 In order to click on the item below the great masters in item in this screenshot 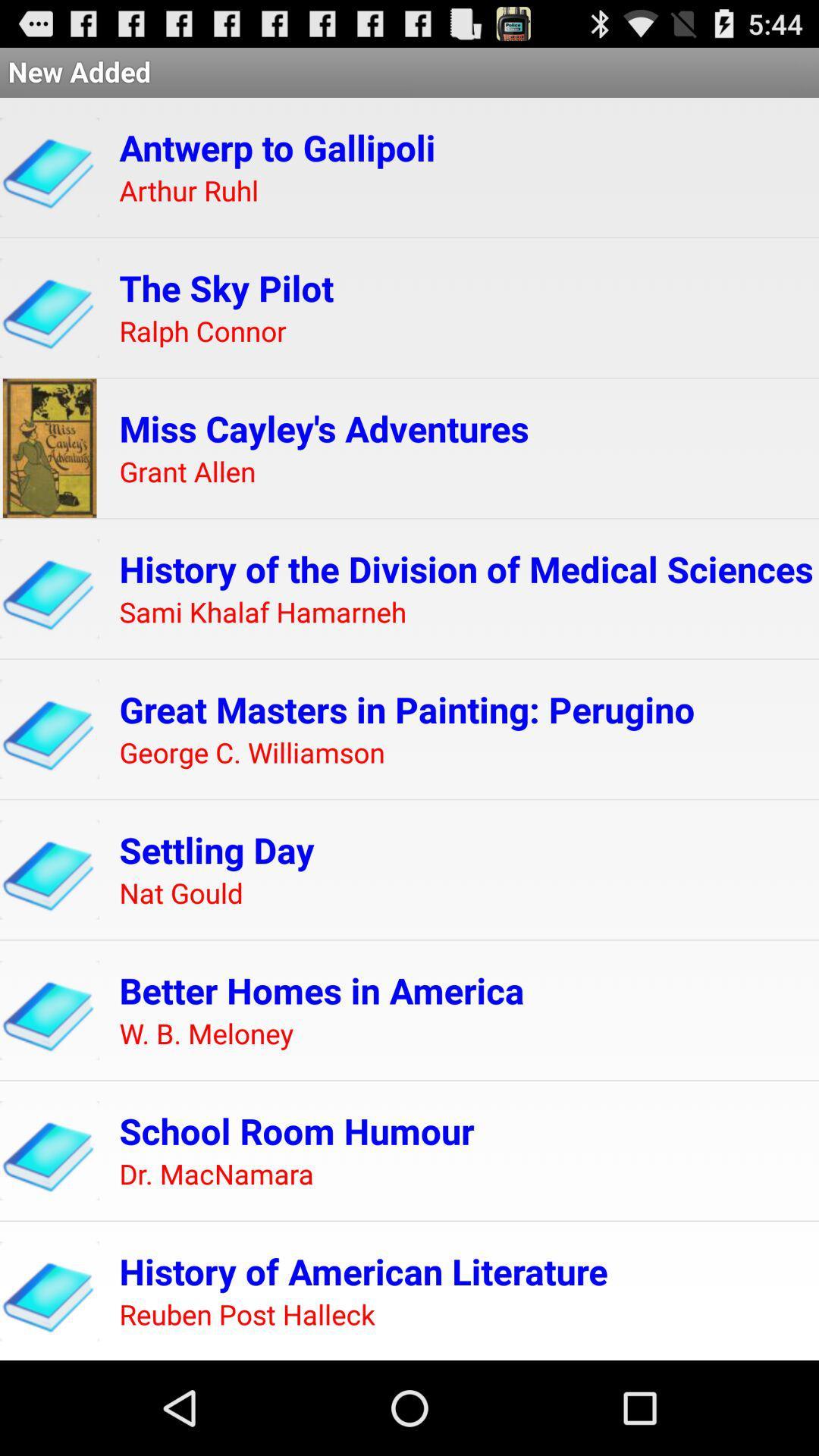, I will do `click(251, 753)`.